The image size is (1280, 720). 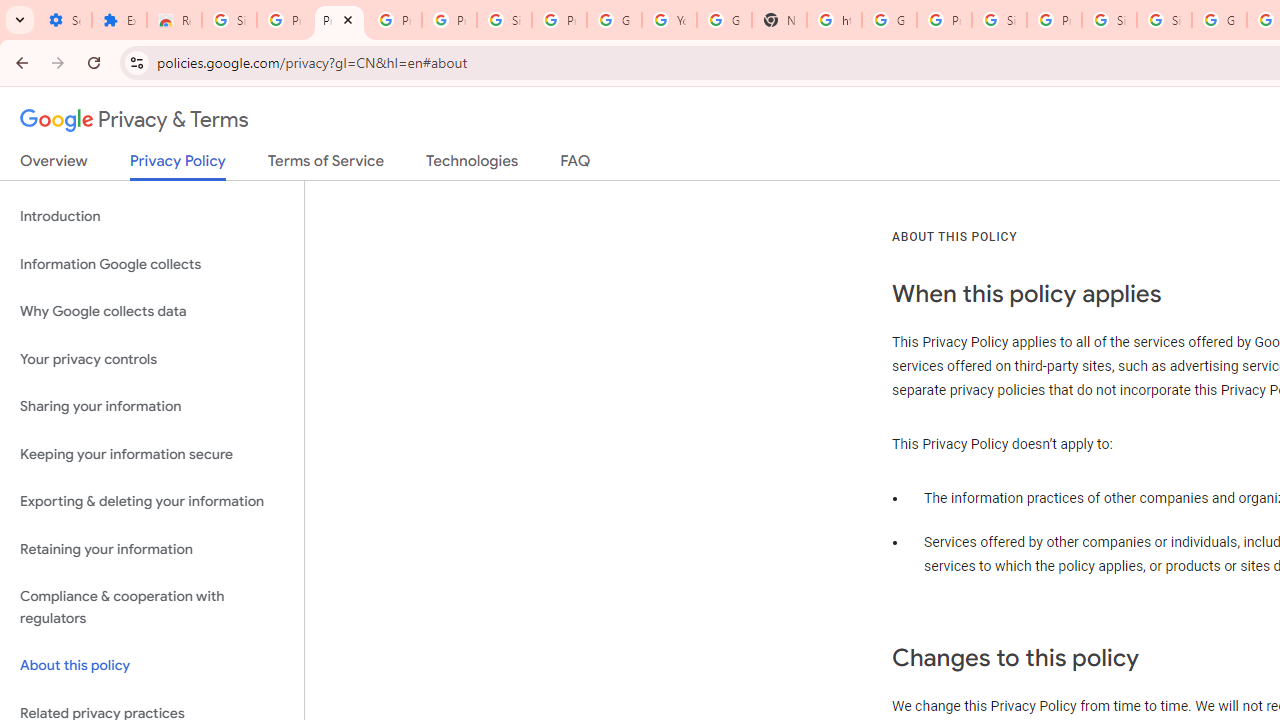 What do you see at coordinates (151, 607) in the screenshot?
I see `'Compliance & cooperation with regulators'` at bounding box center [151, 607].